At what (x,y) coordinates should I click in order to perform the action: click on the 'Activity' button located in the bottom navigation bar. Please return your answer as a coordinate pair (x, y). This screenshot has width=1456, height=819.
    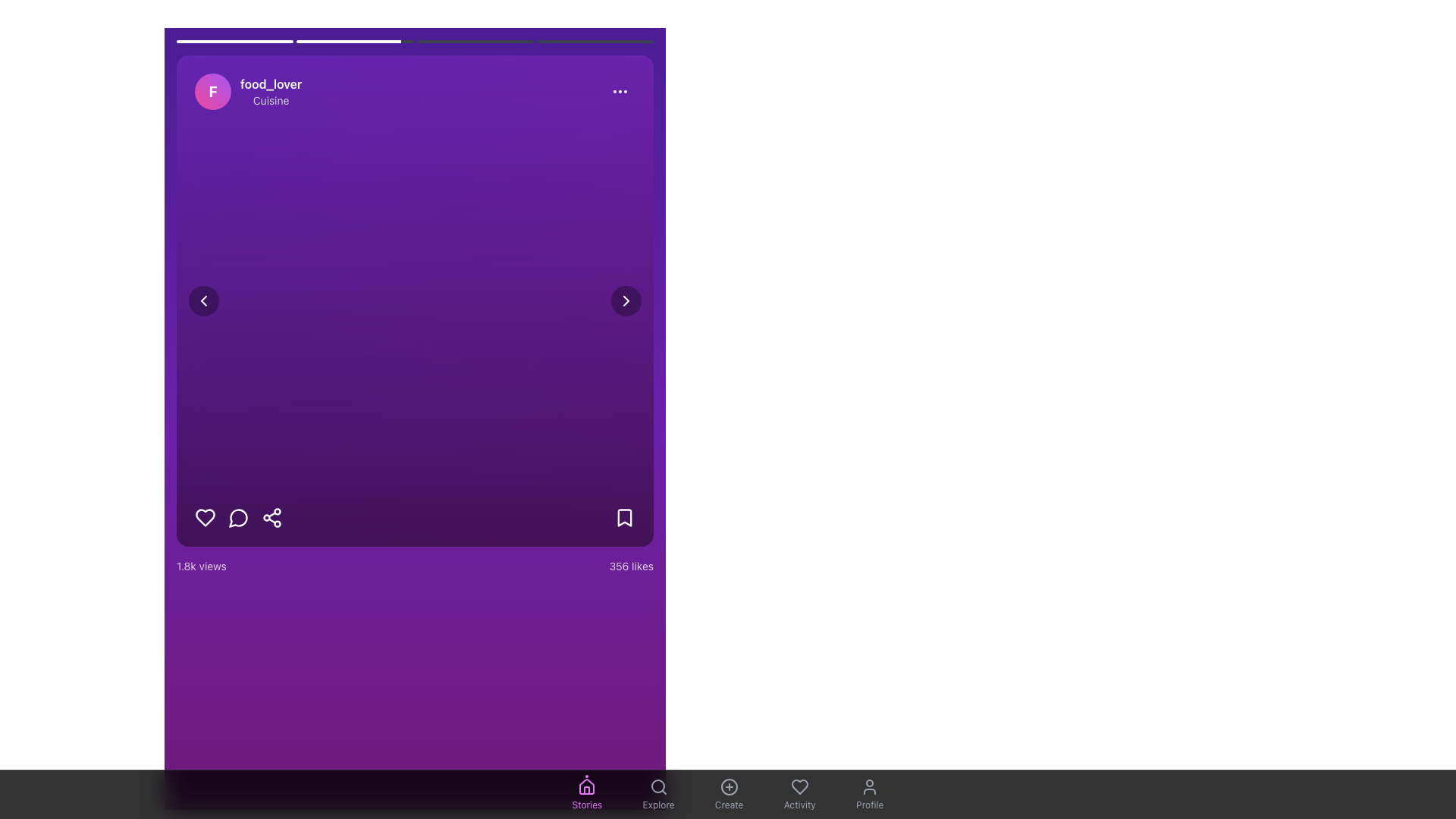
    Looking at the image, I should click on (799, 794).